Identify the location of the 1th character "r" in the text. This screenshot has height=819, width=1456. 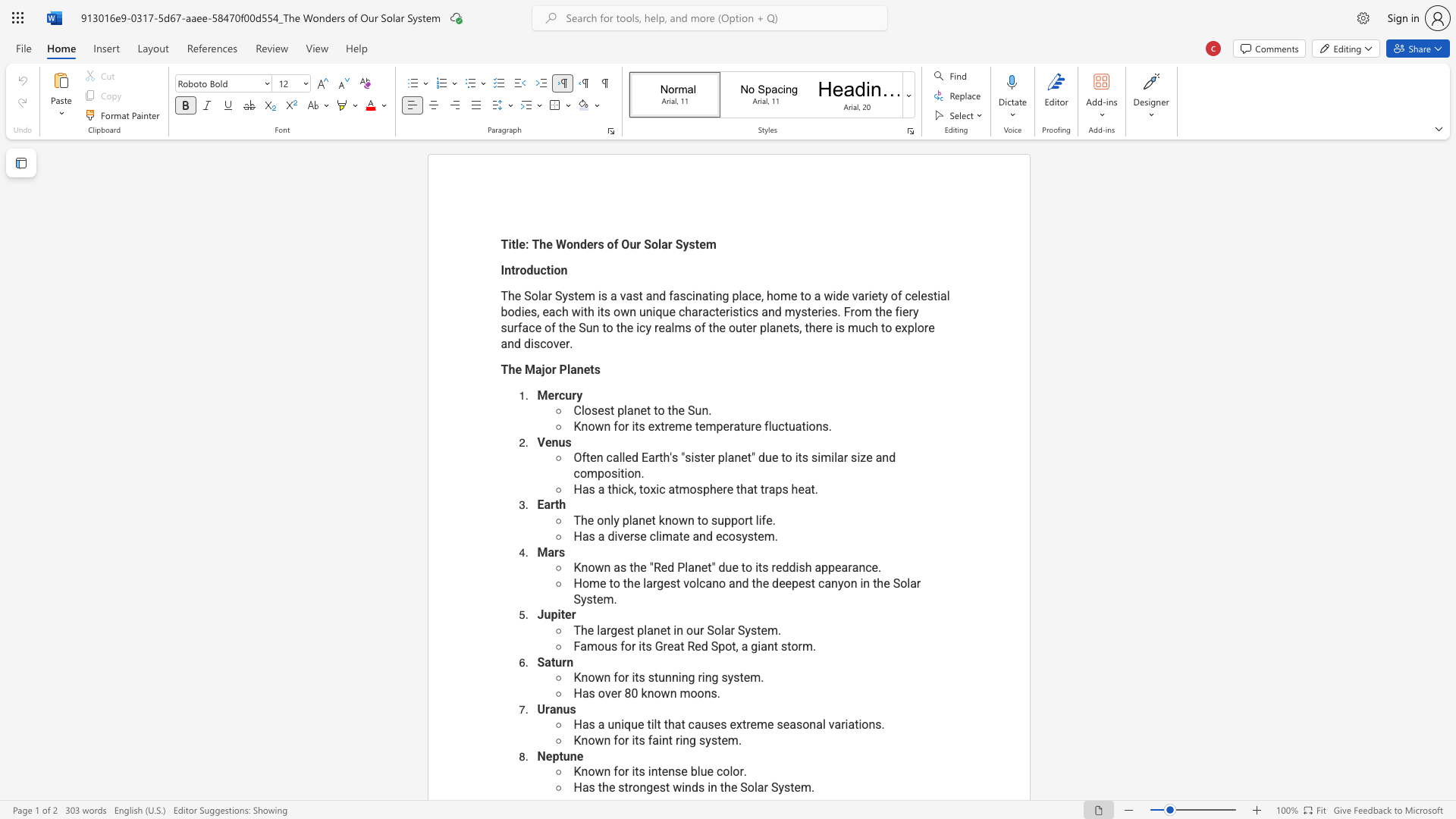
(517, 269).